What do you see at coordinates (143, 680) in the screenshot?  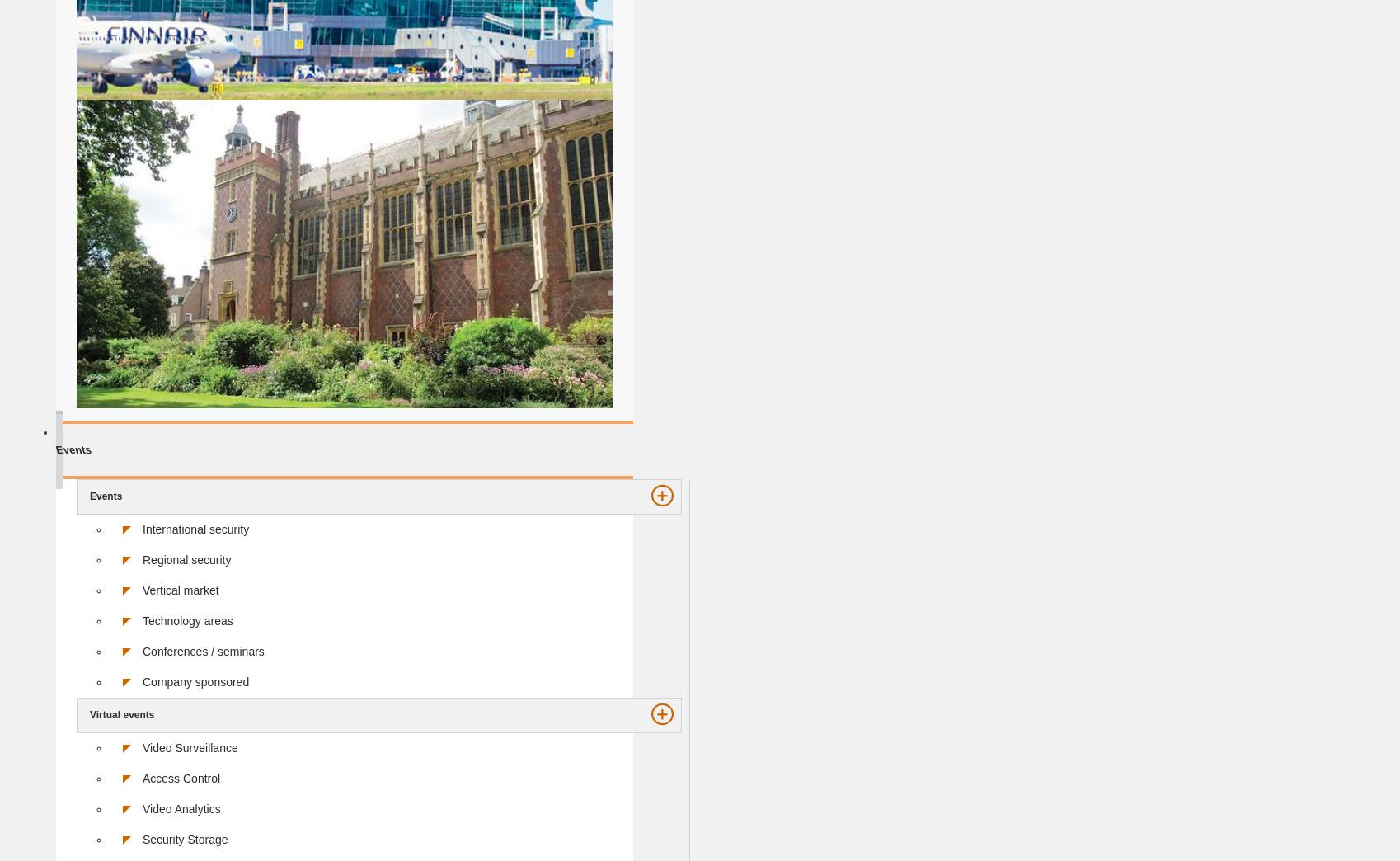 I see `'Company sponsored'` at bounding box center [143, 680].